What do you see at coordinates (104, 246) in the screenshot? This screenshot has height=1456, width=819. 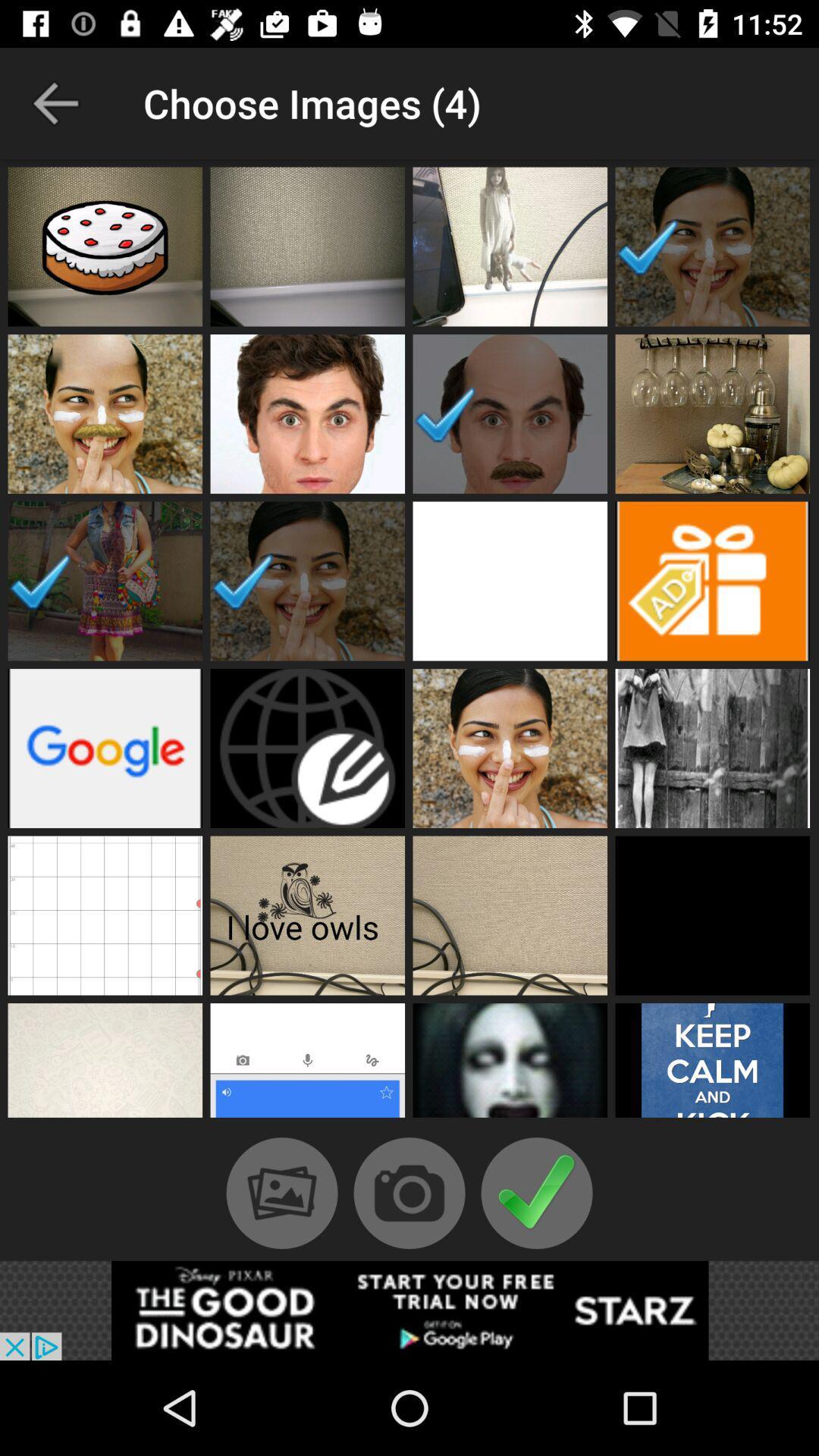 I see `choose image` at bounding box center [104, 246].